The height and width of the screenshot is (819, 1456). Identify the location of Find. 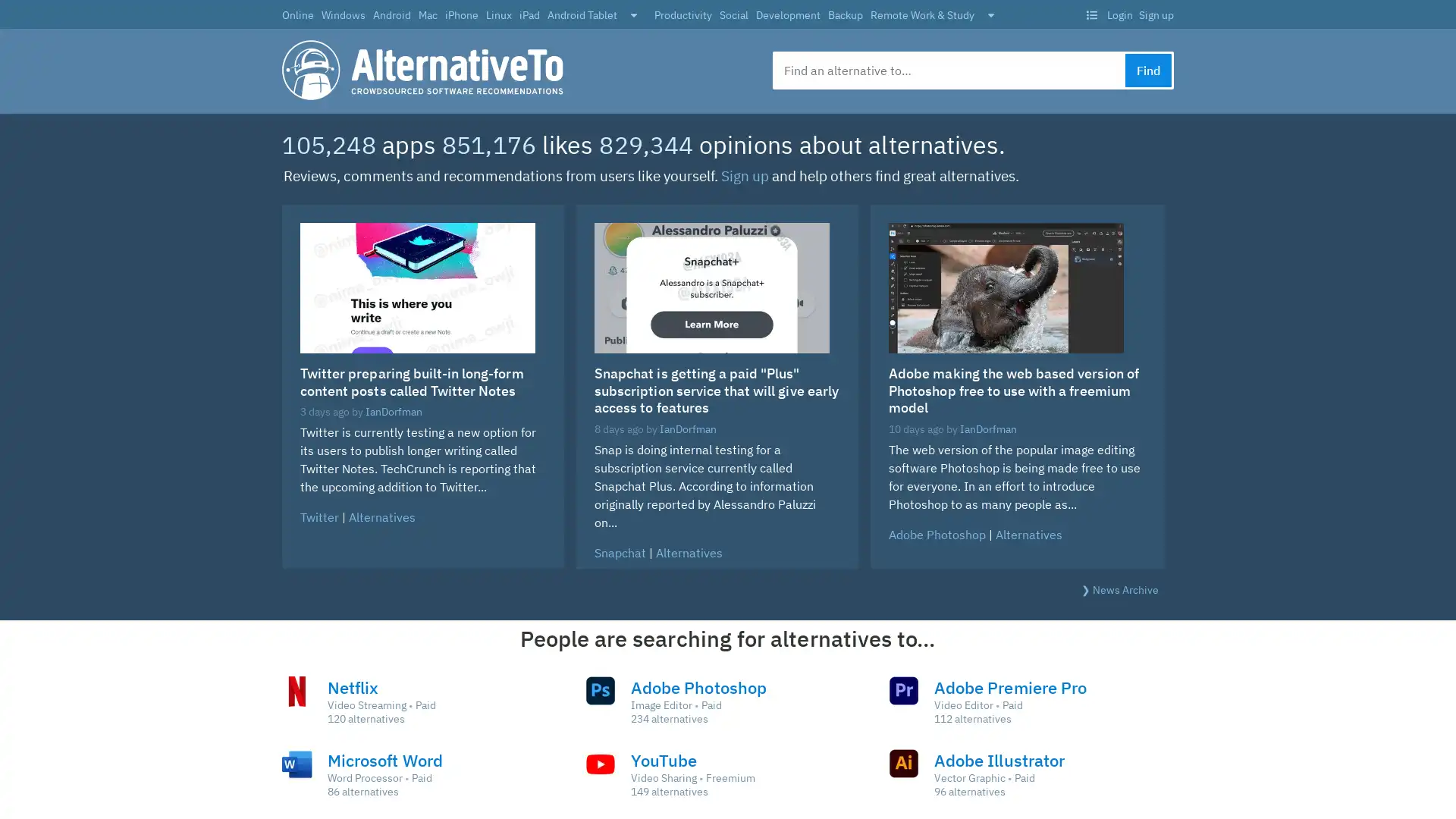
(1148, 70).